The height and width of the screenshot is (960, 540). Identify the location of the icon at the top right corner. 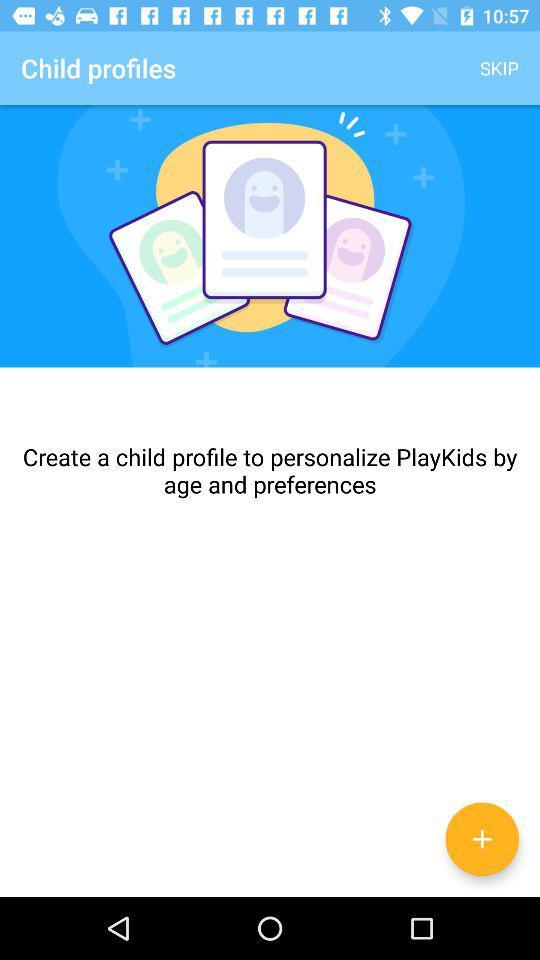
(498, 68).